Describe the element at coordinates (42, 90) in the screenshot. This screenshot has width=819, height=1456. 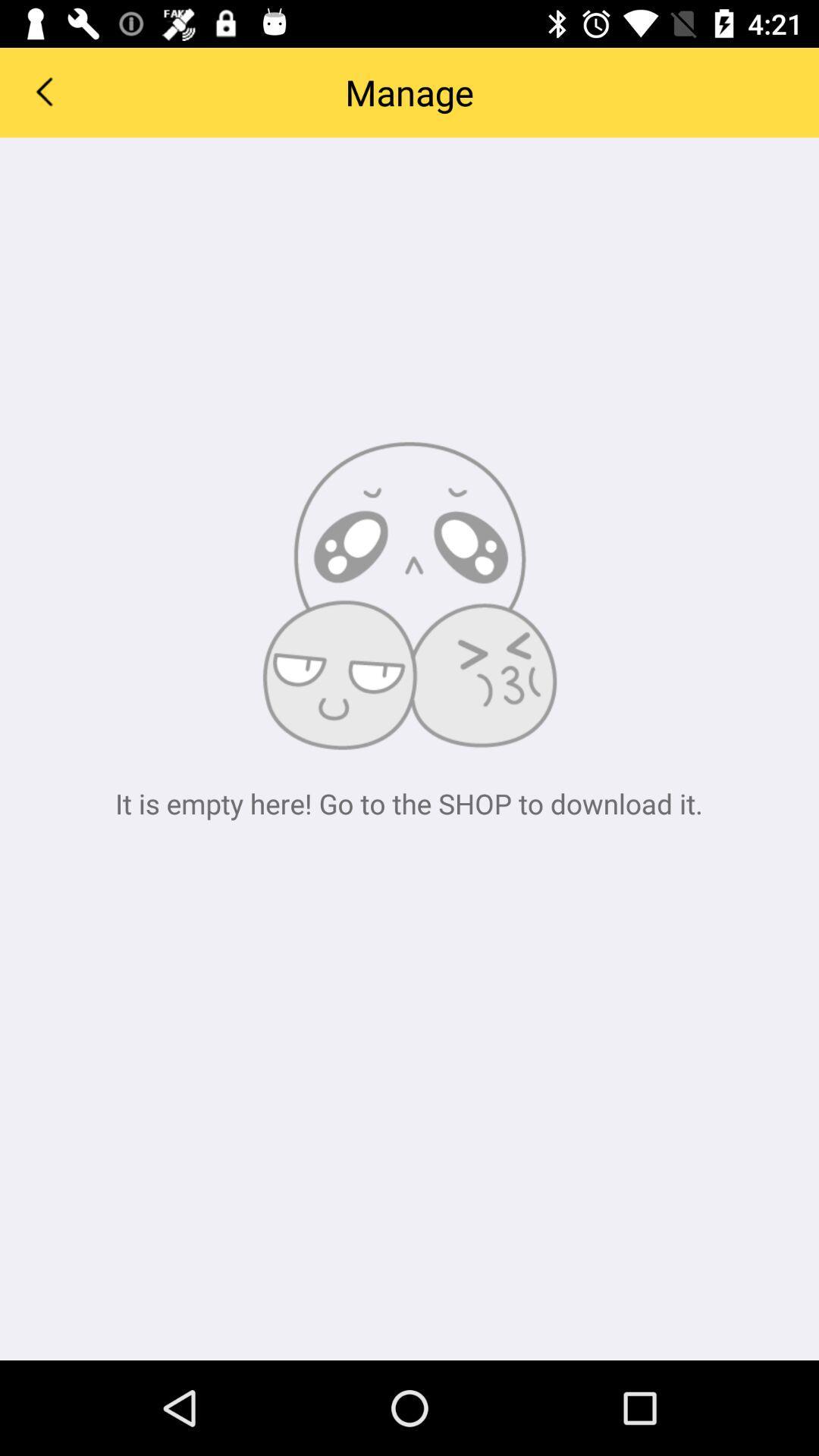
I see `the icon to the left of manage item` at that location.